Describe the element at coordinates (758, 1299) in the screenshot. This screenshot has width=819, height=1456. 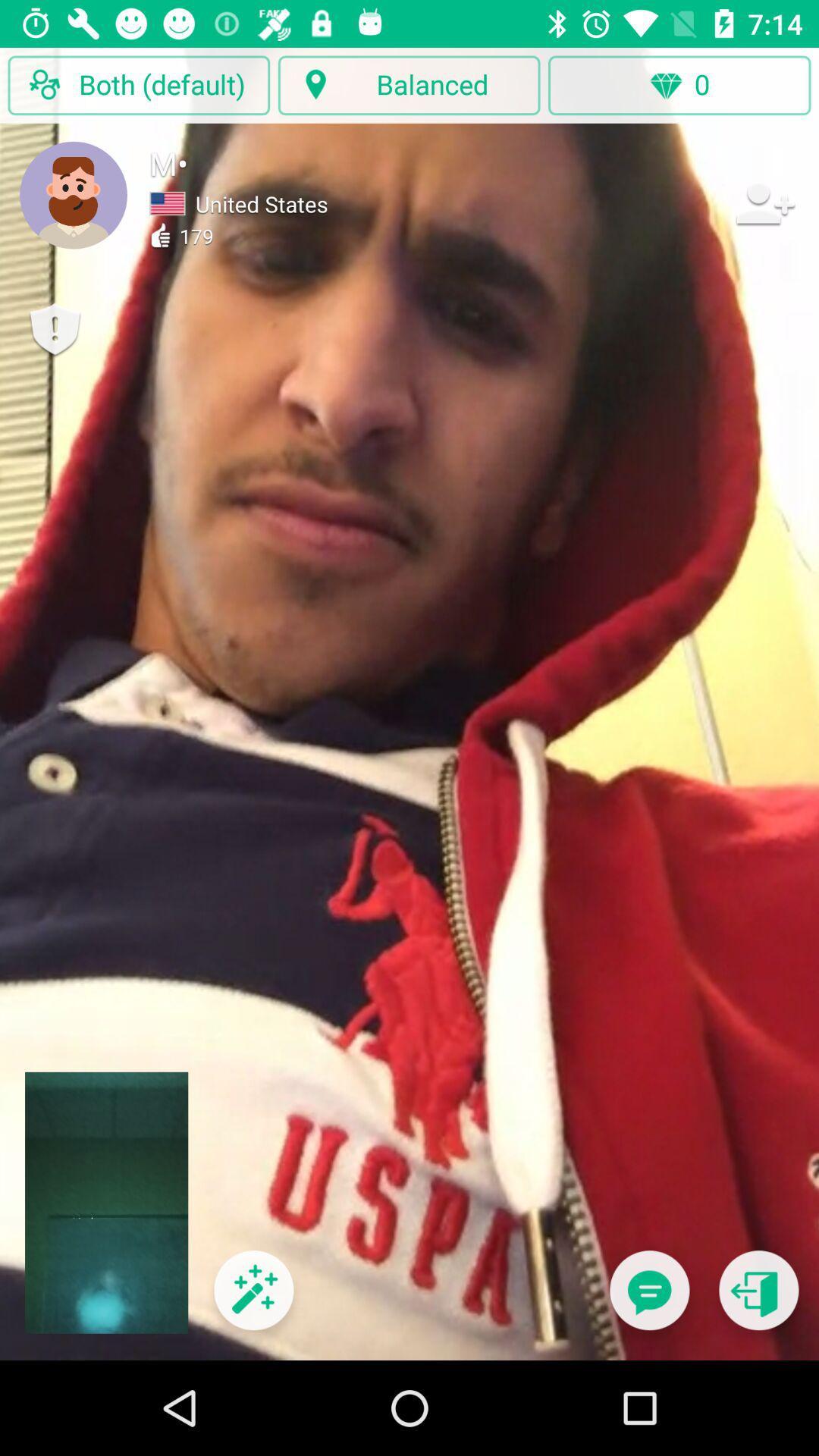
I see `sair do bate-papo` at that location.